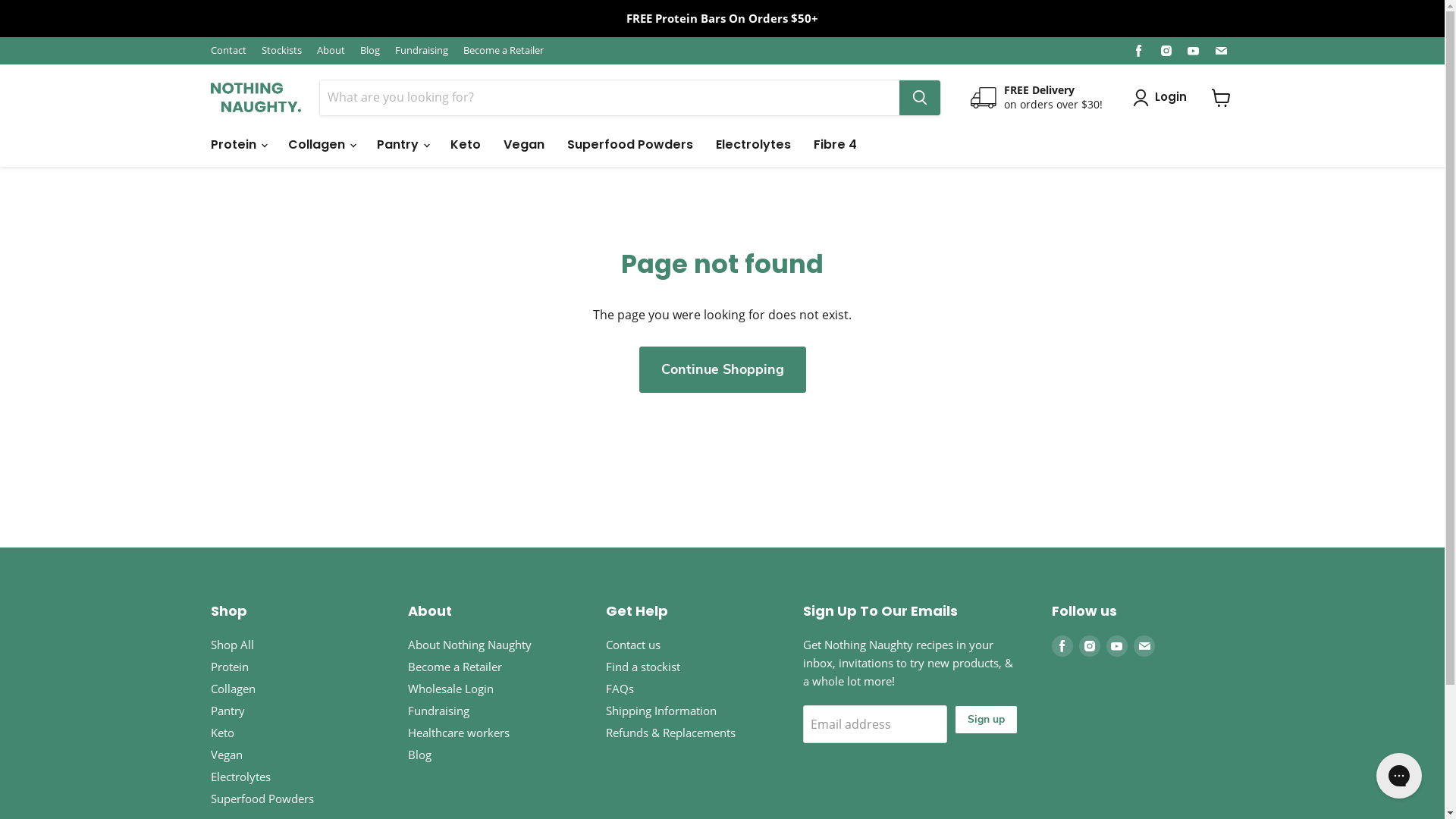 The height and width of the screenshot is (819, 1456). Describe the element at coordinates (240, 776) in the screenshot. I see `'Electrolytes'` at that location.